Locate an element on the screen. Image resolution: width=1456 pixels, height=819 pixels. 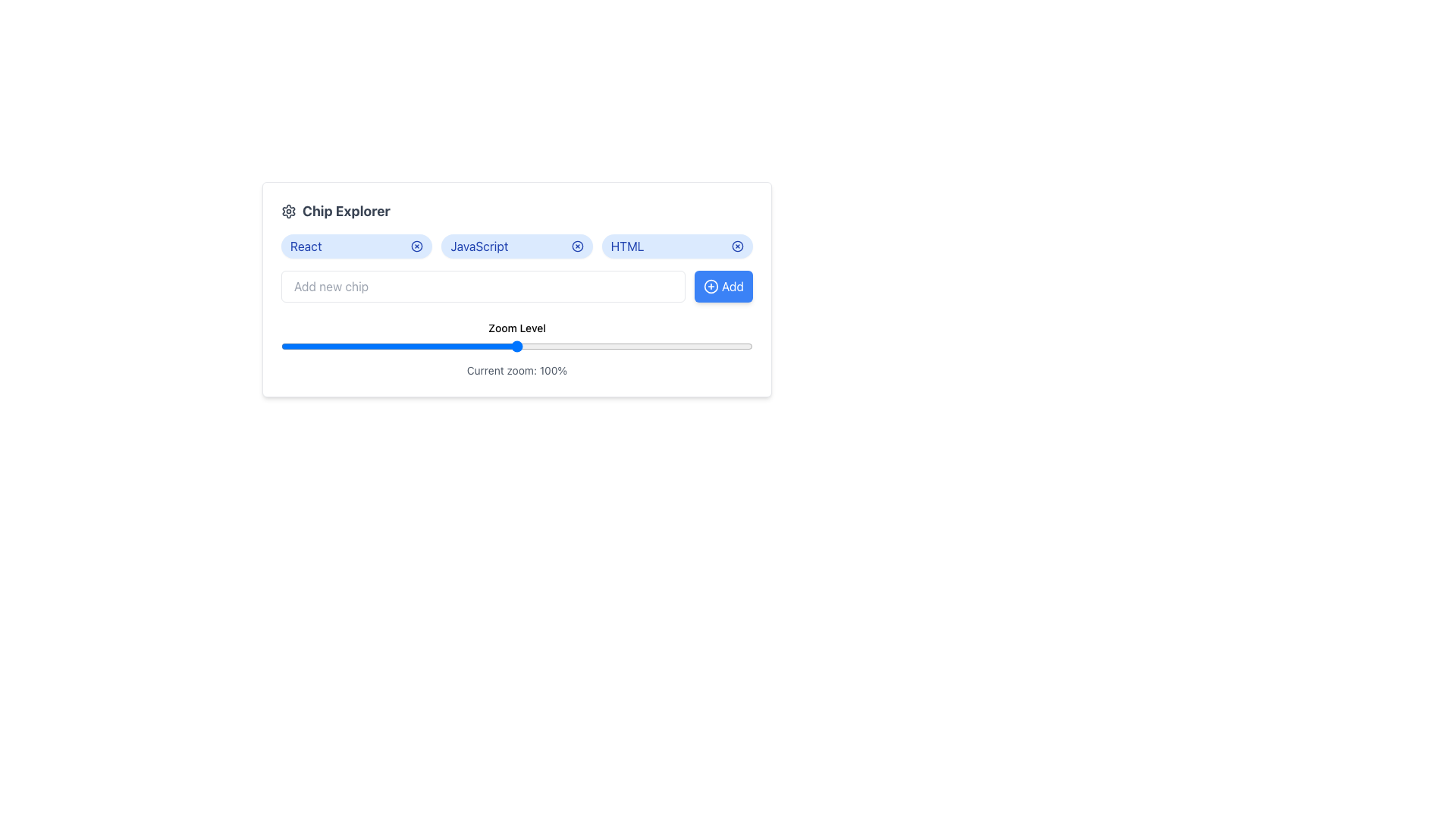
the 'React' text label located in the leftmost chip of a horizontal list of chips to interact with it is located at coordinates (305, 245).